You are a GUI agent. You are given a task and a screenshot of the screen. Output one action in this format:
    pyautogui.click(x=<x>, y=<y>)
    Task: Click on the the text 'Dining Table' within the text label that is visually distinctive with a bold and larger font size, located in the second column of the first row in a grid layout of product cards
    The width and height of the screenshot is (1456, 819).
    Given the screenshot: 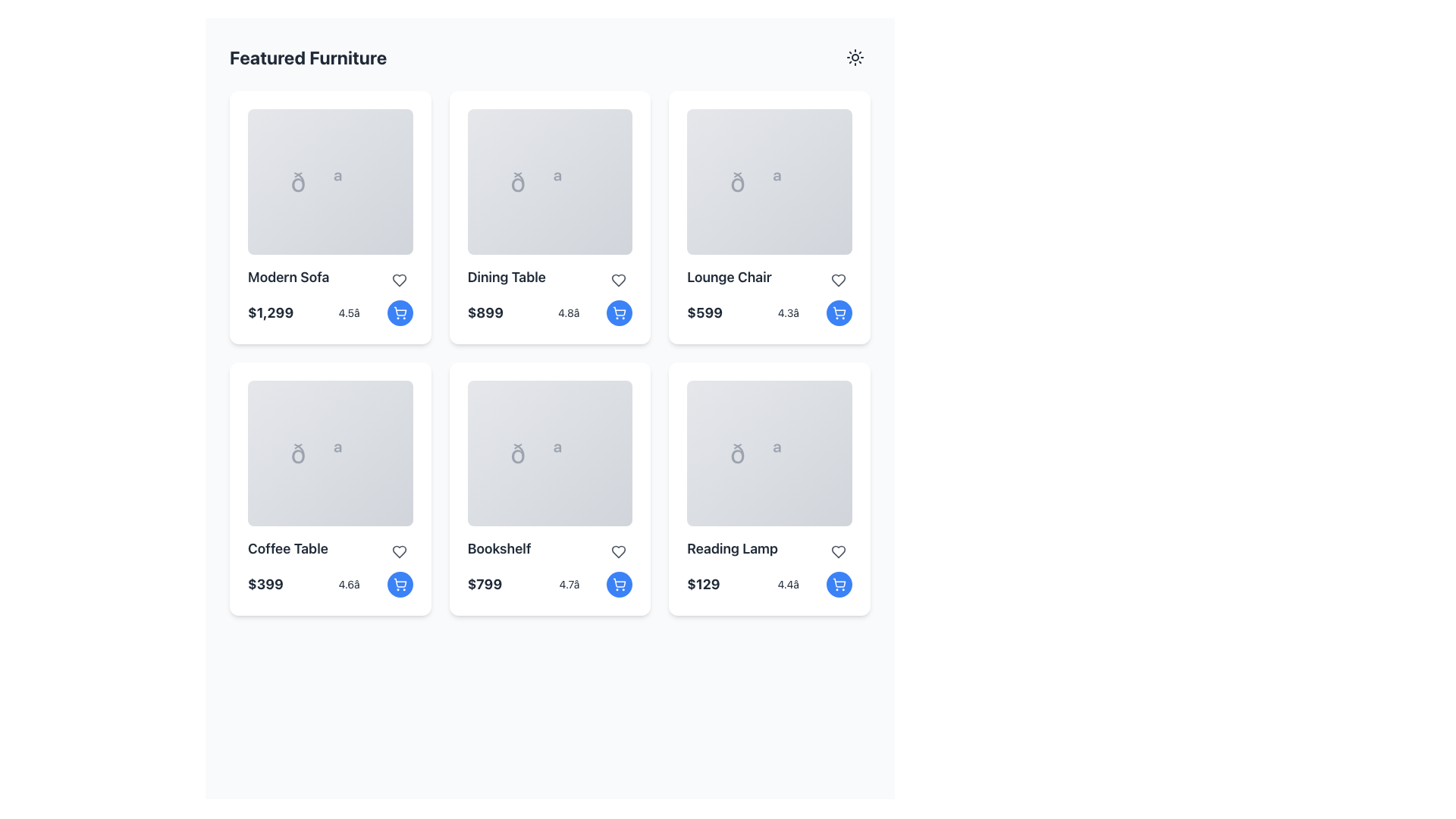 What is the action you would take?
    pyautogui.click(x=549, y=281)
    